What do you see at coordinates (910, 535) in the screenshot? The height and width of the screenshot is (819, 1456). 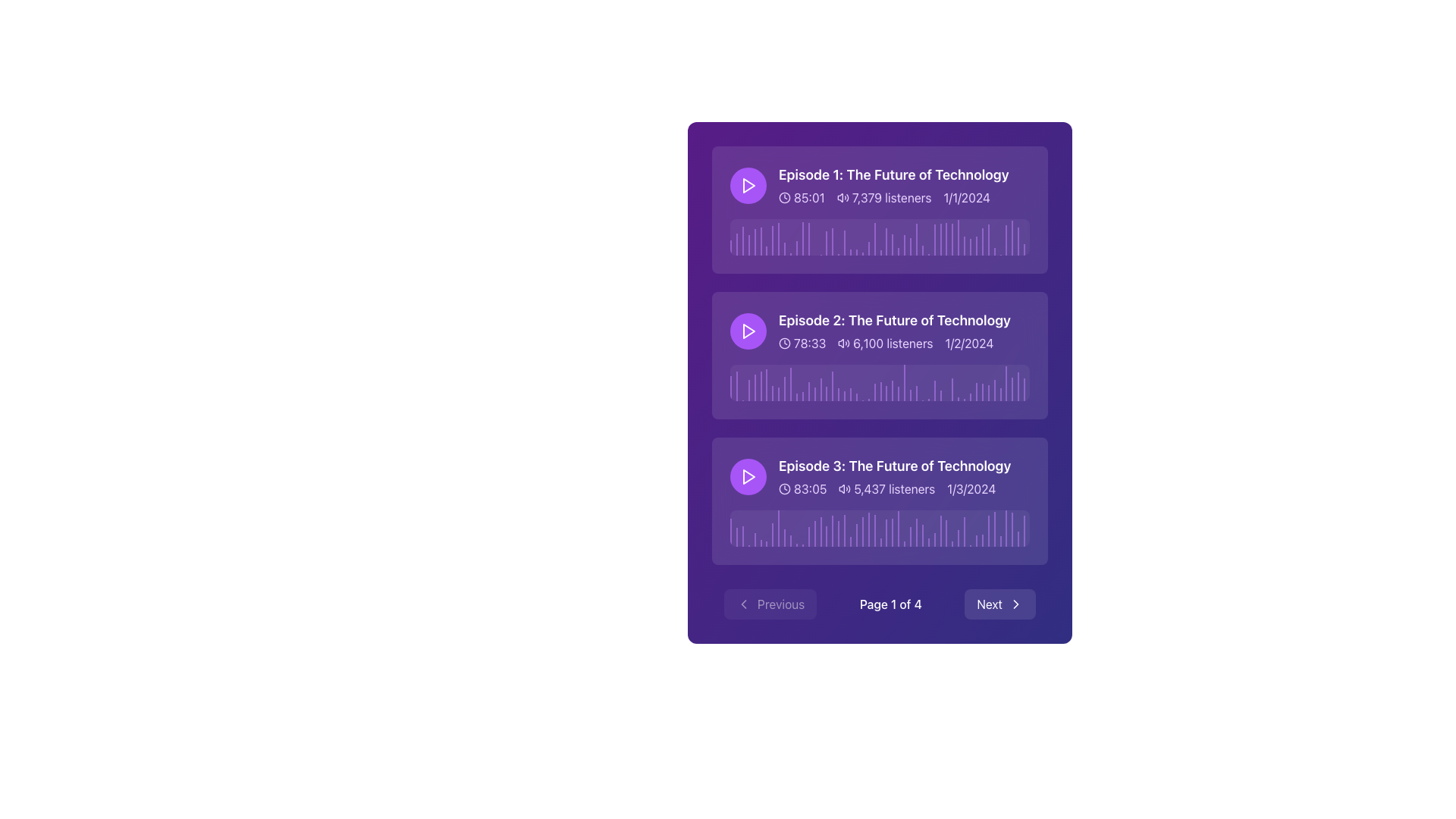 I see `the graphical indicator, which serves as a visual representation of a specific segment in the waveform, located as the 30th bar from the left` at bounding box center [910, 535].